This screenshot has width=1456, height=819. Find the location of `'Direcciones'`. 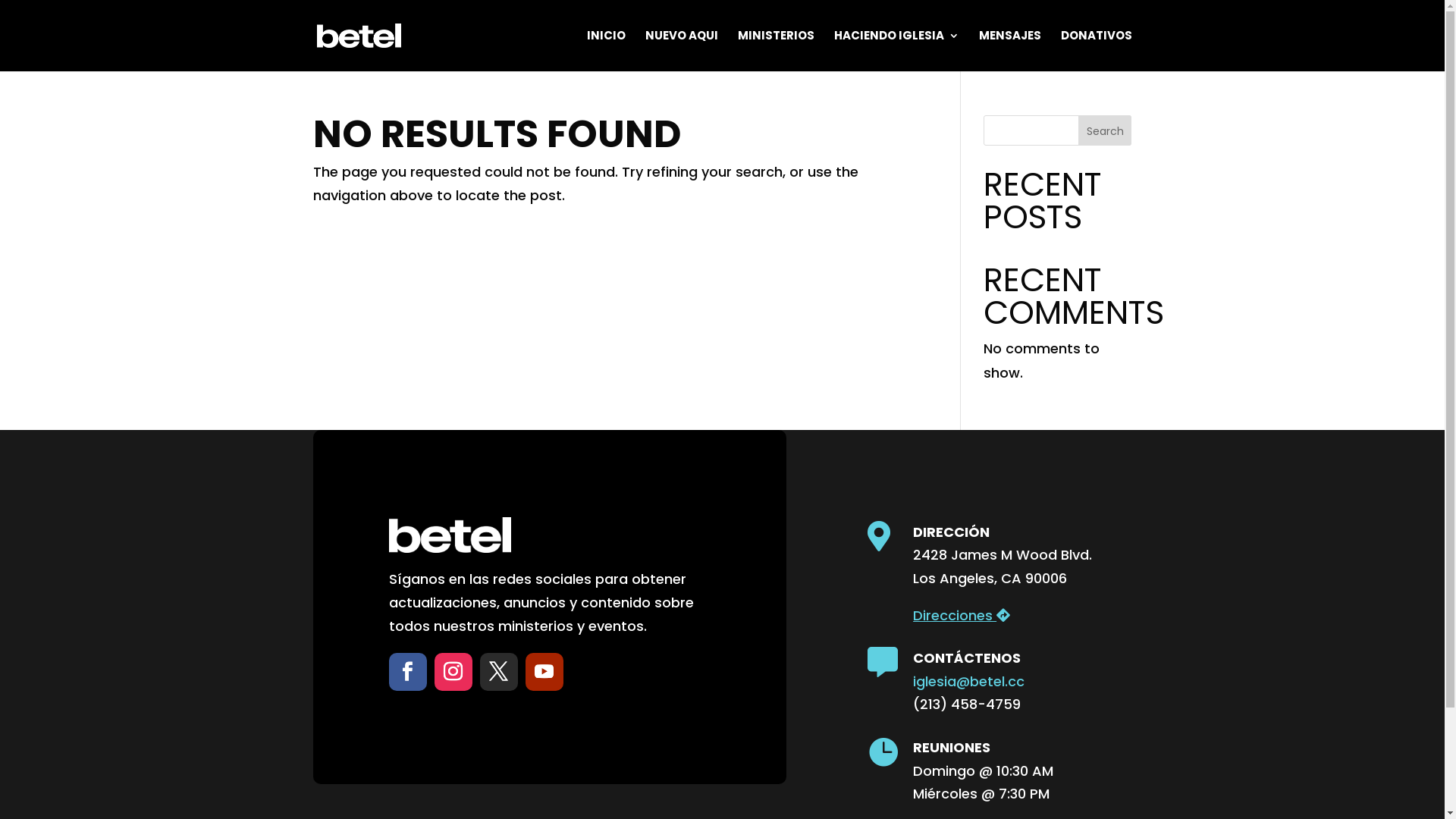

'Direcciones' is located at coordinates (960, 615).